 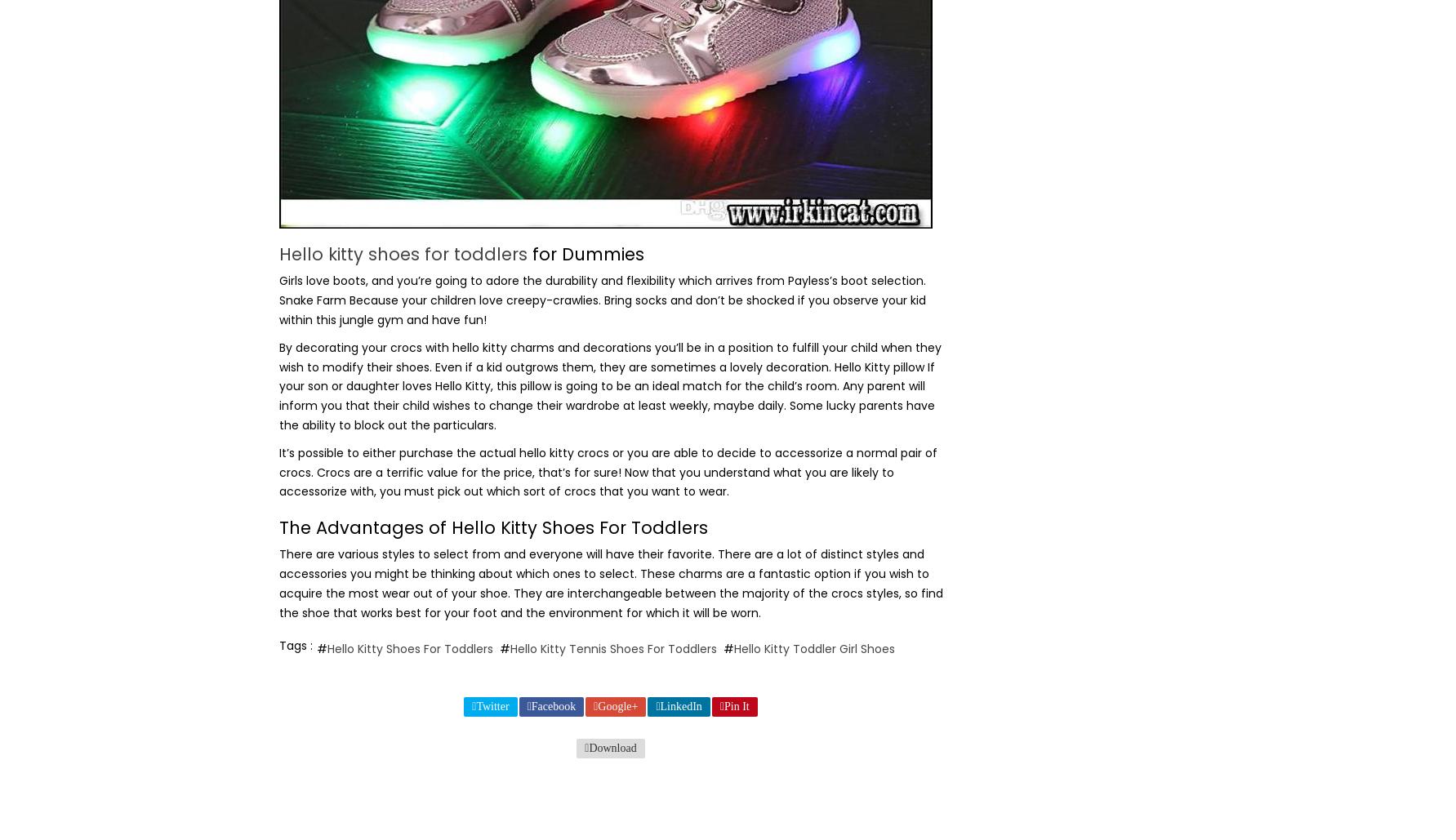 I want to click on 'Girls love boots, and you’re going to adore the durability and flexibility which arrives from Payless’s boot selection. Snake Farm Because your children love creepy-crawlies. Bring socks and don’t be shocked if you observe your kid within this jungle gym and have fun!', so click(x=600, y=300).